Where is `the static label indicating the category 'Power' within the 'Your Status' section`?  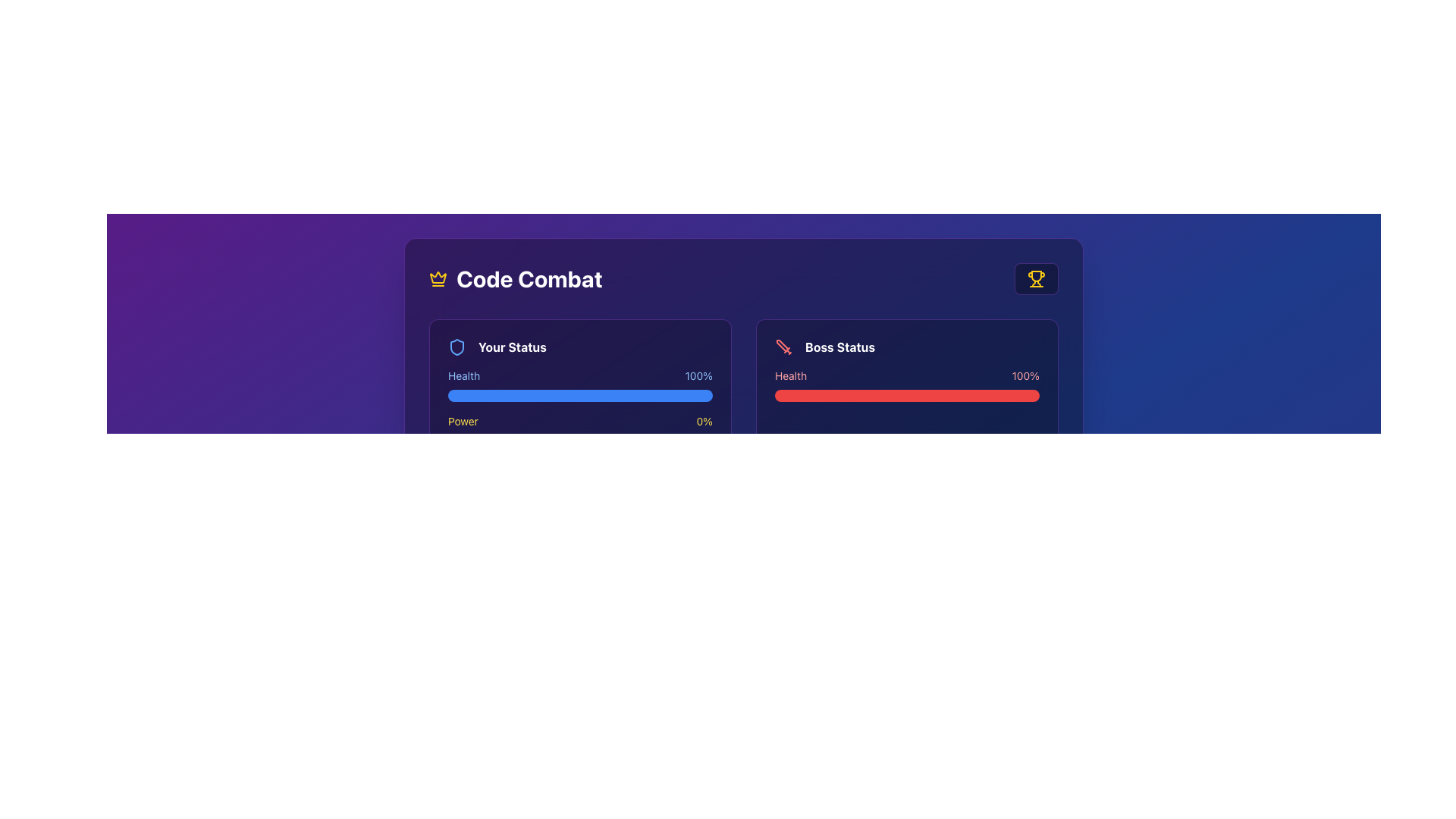
the static label indicating the category 'Power' within the 'Your Status' section is located at coordinates (462, 421).